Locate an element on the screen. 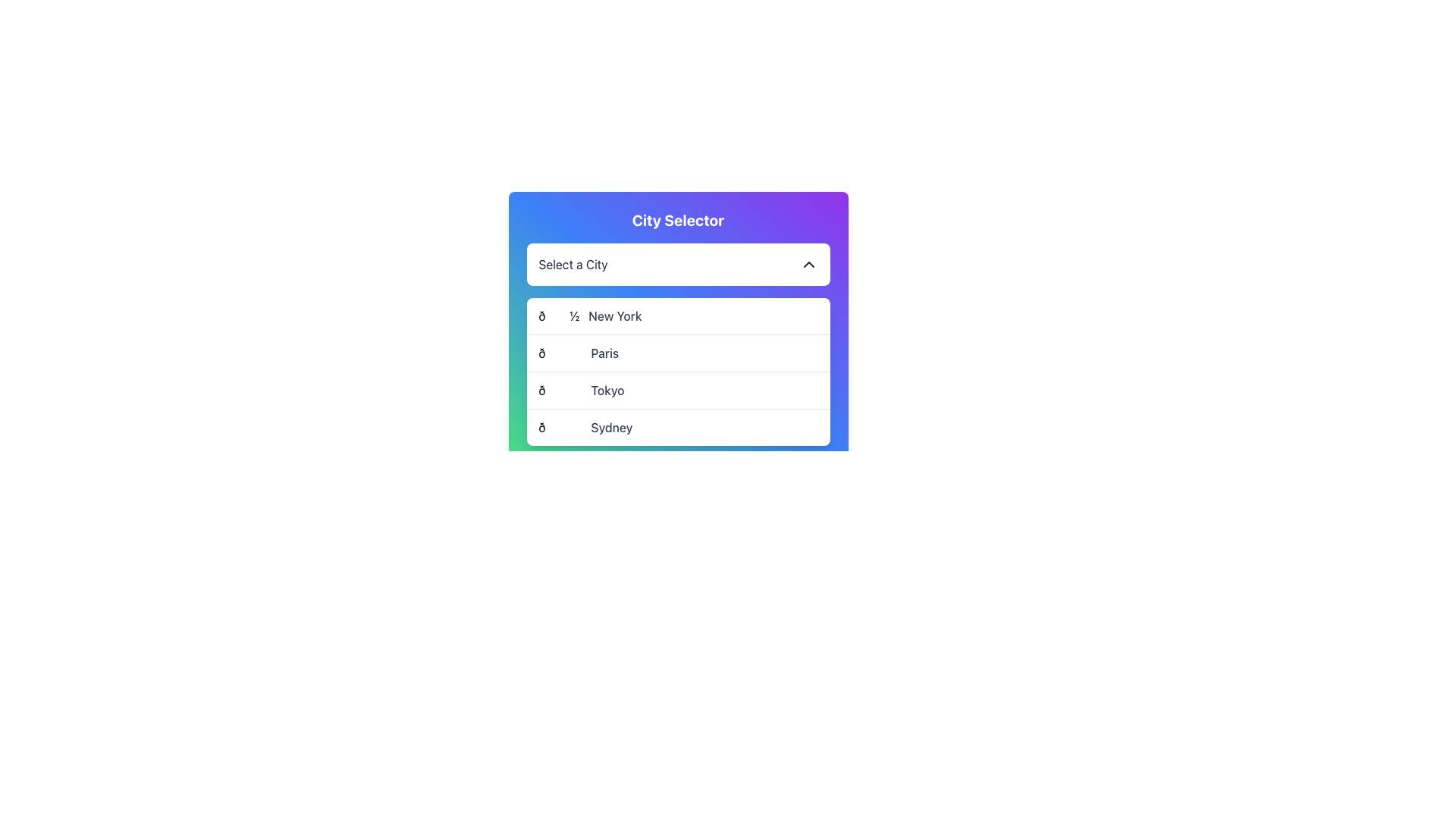 This screenshot has height=819, width=1456. the list item displaying 'Tokyo' in the City Selector dropdown menu is located at coordinates (677, 389).